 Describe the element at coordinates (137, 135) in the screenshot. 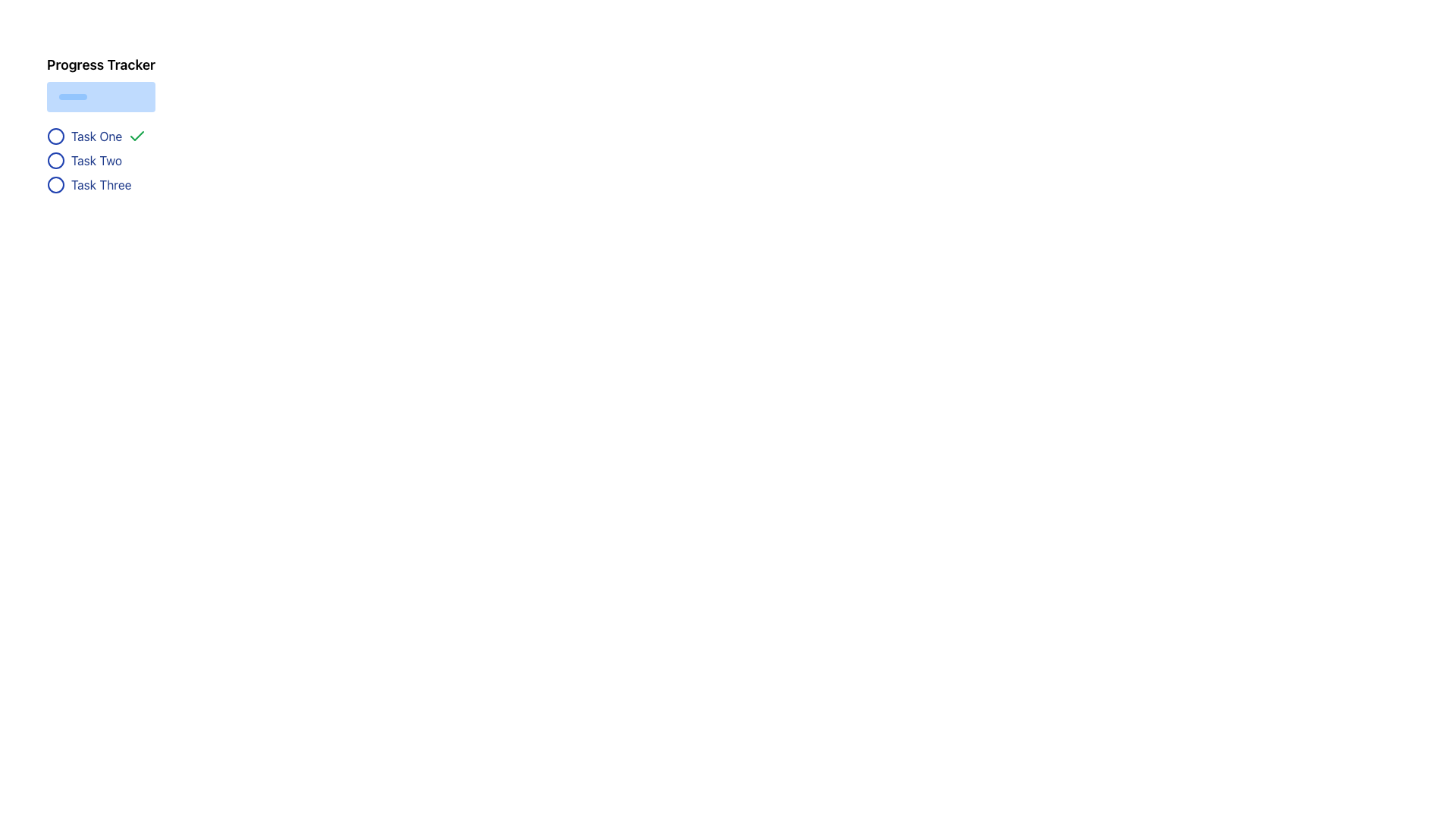

I see `the visual change of the green checkmark icon indicating the completion of 'Task One' by focusing on the icon adjacent to the text` at that location.